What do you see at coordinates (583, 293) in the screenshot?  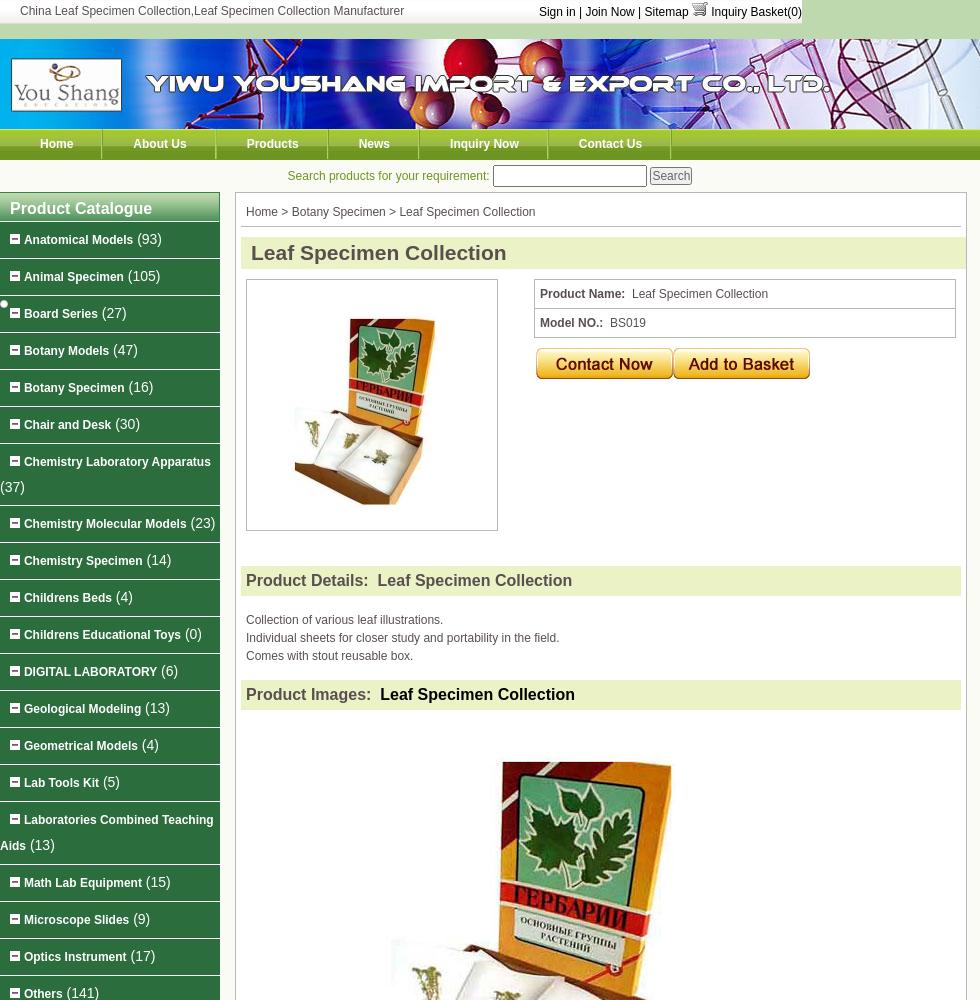 I see `'Product Name:'` at bounding box center [583, 293].